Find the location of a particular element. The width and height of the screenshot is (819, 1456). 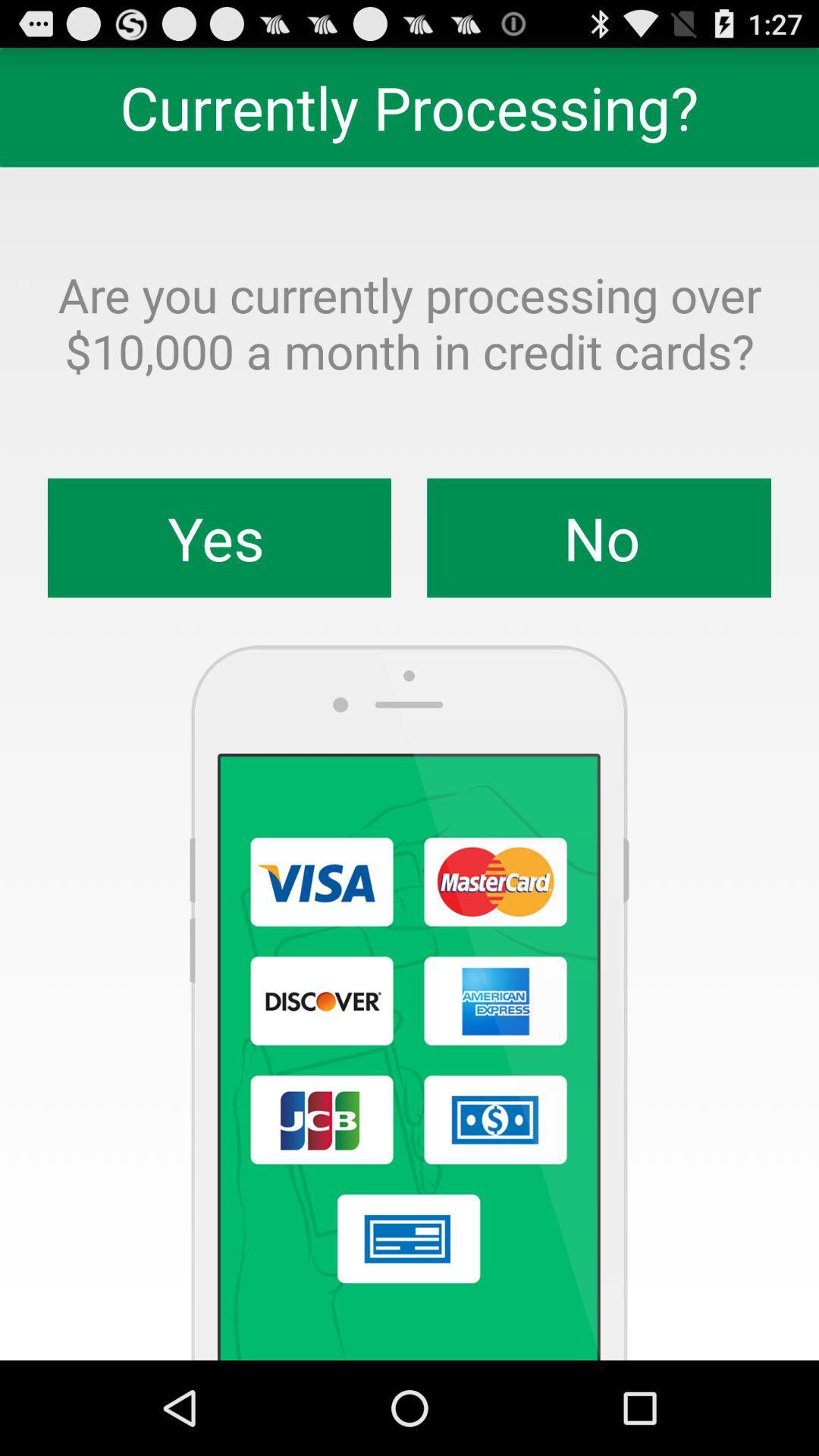

the item on the left is located at coordinates (219, 538).